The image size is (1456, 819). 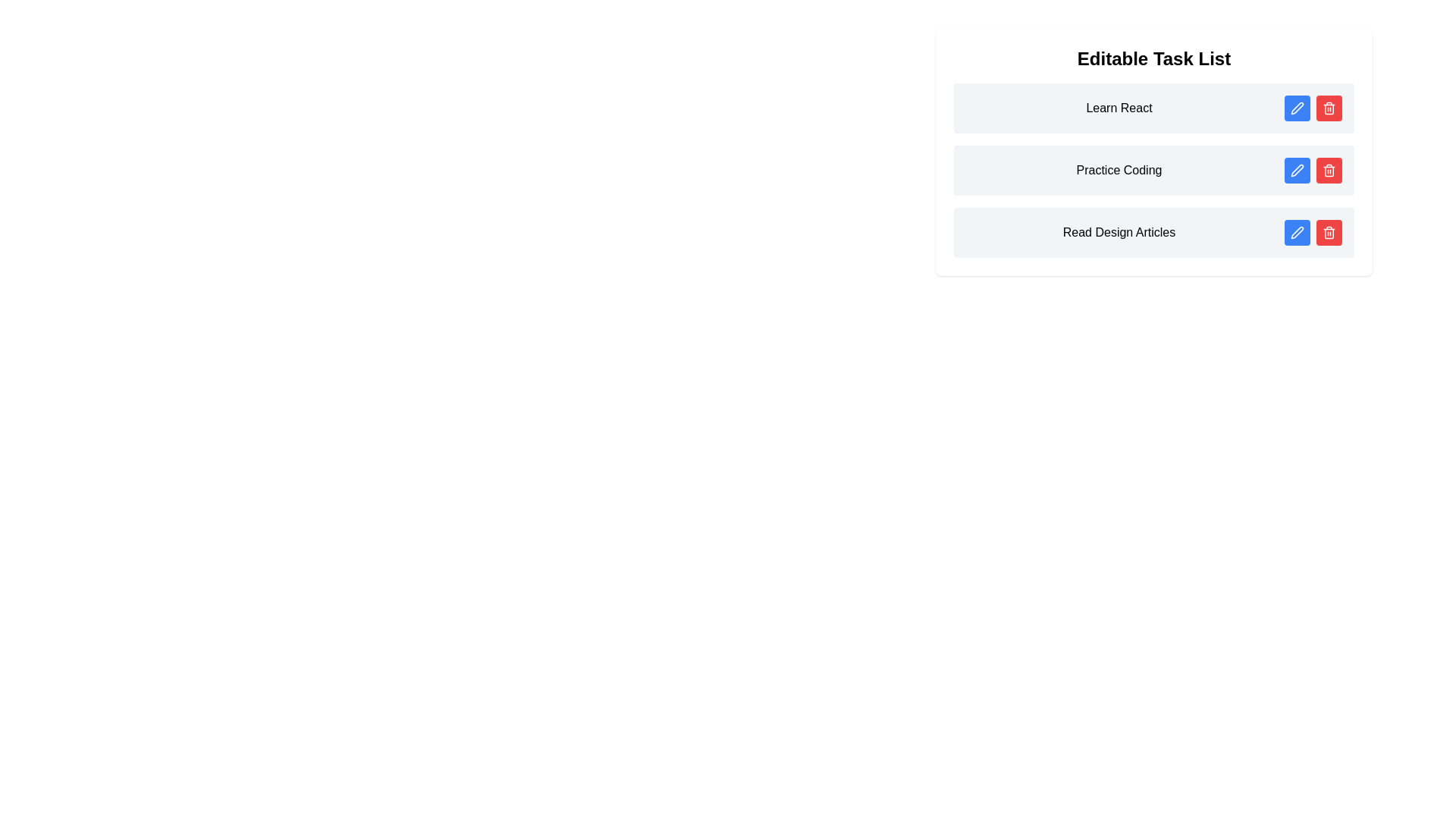 I want to click on the trash icon button located at the far right of the task row, so click(x=1328, y=233).